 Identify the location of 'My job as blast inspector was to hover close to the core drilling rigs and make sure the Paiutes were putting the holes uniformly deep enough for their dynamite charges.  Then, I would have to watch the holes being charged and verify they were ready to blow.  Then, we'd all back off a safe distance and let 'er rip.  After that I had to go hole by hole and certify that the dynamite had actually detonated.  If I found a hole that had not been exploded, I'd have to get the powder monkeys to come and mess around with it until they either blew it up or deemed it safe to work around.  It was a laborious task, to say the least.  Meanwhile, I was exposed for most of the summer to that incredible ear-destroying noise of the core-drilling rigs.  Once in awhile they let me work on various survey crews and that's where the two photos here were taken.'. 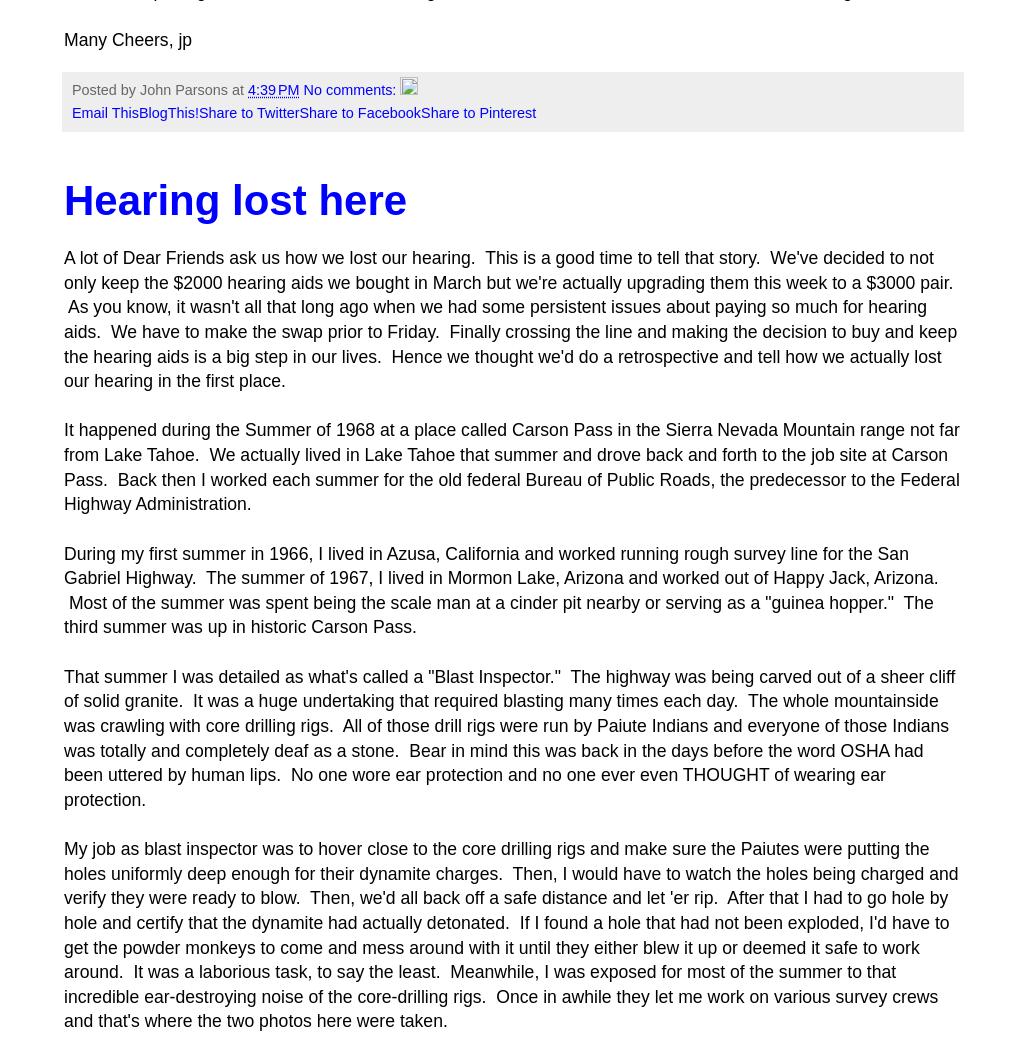
(510, 934).